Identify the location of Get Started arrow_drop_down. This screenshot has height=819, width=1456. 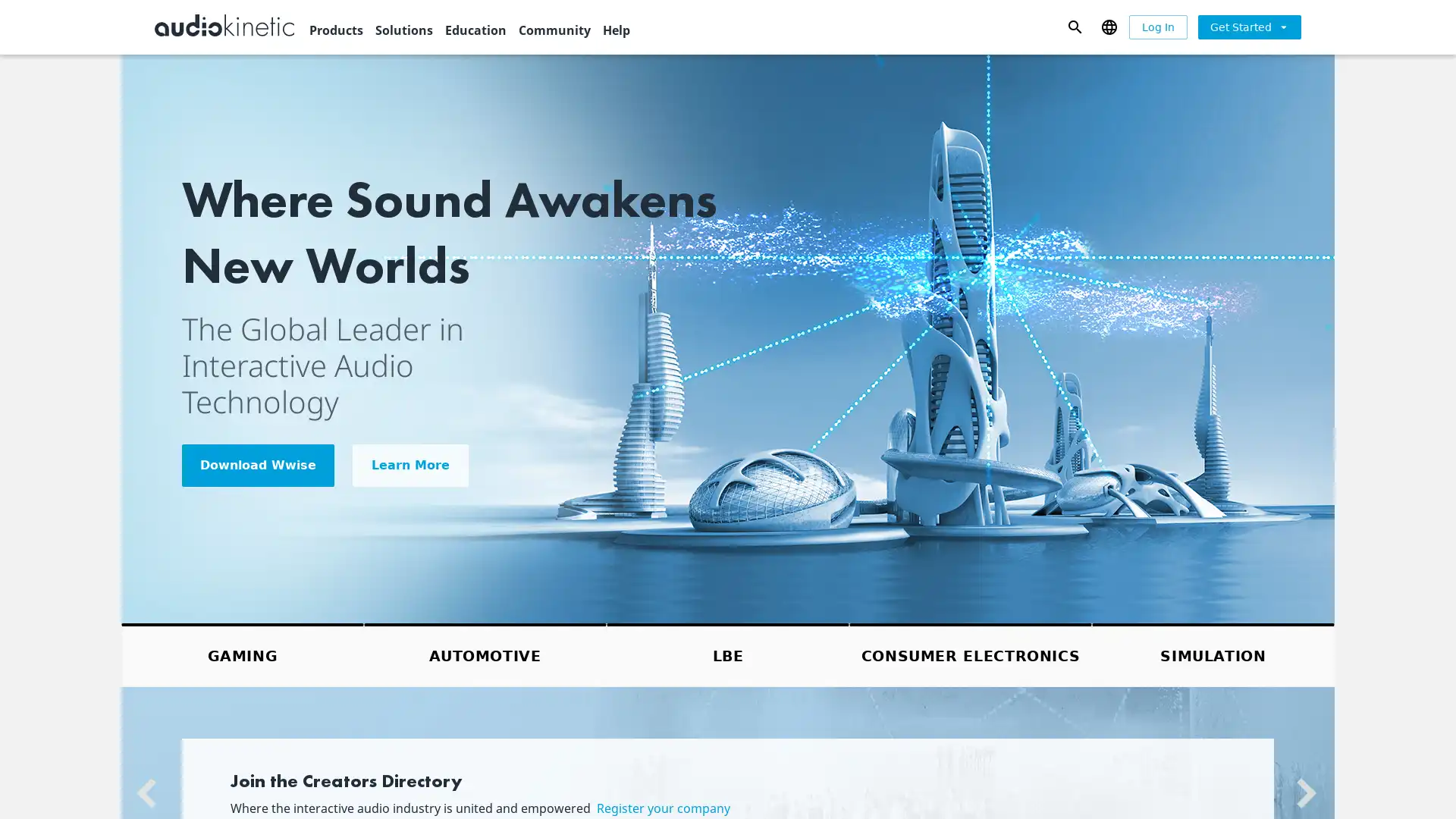
(1249, 27).